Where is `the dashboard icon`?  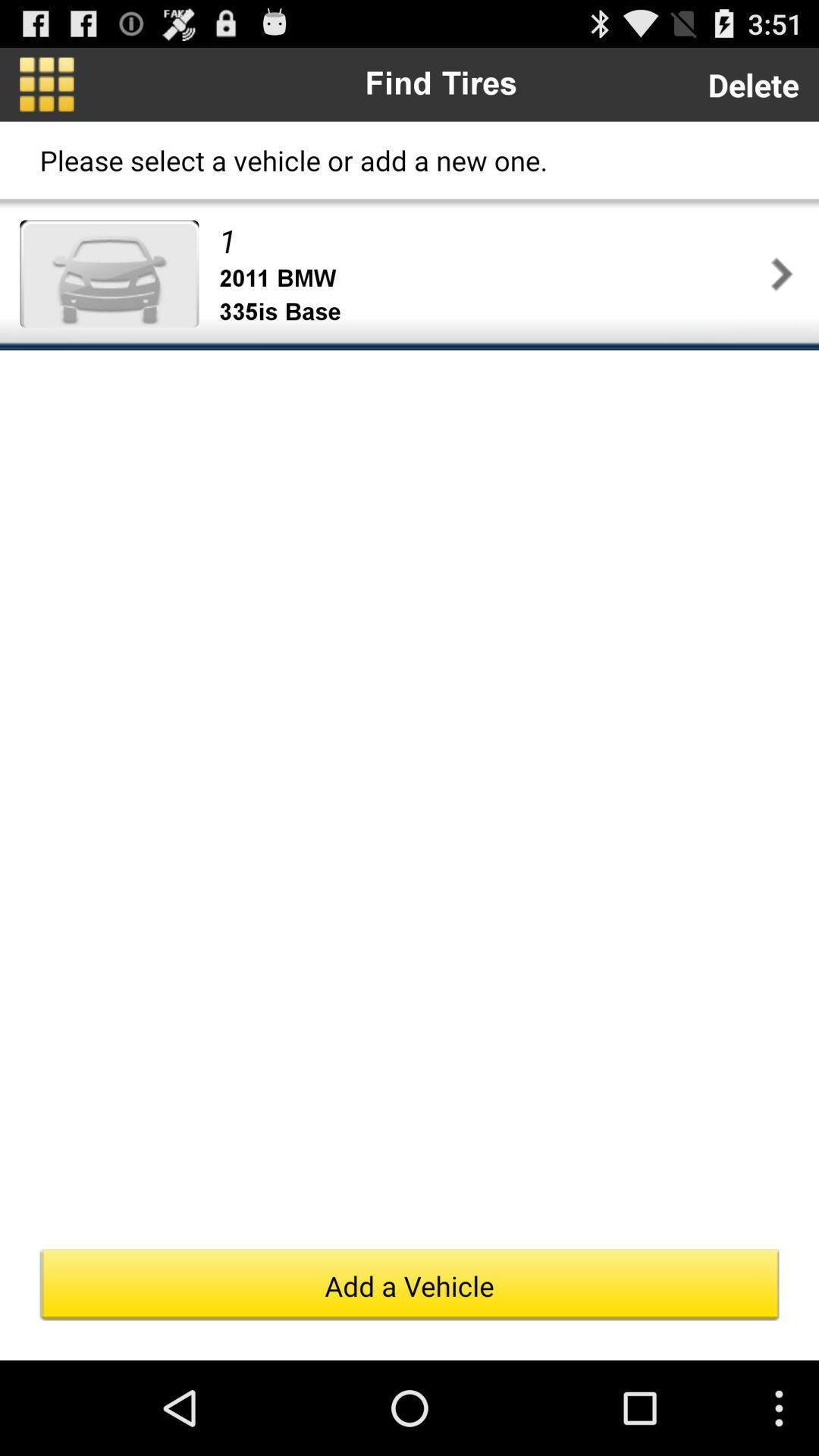
the dashboard icon is located at coordinates (45, 89).